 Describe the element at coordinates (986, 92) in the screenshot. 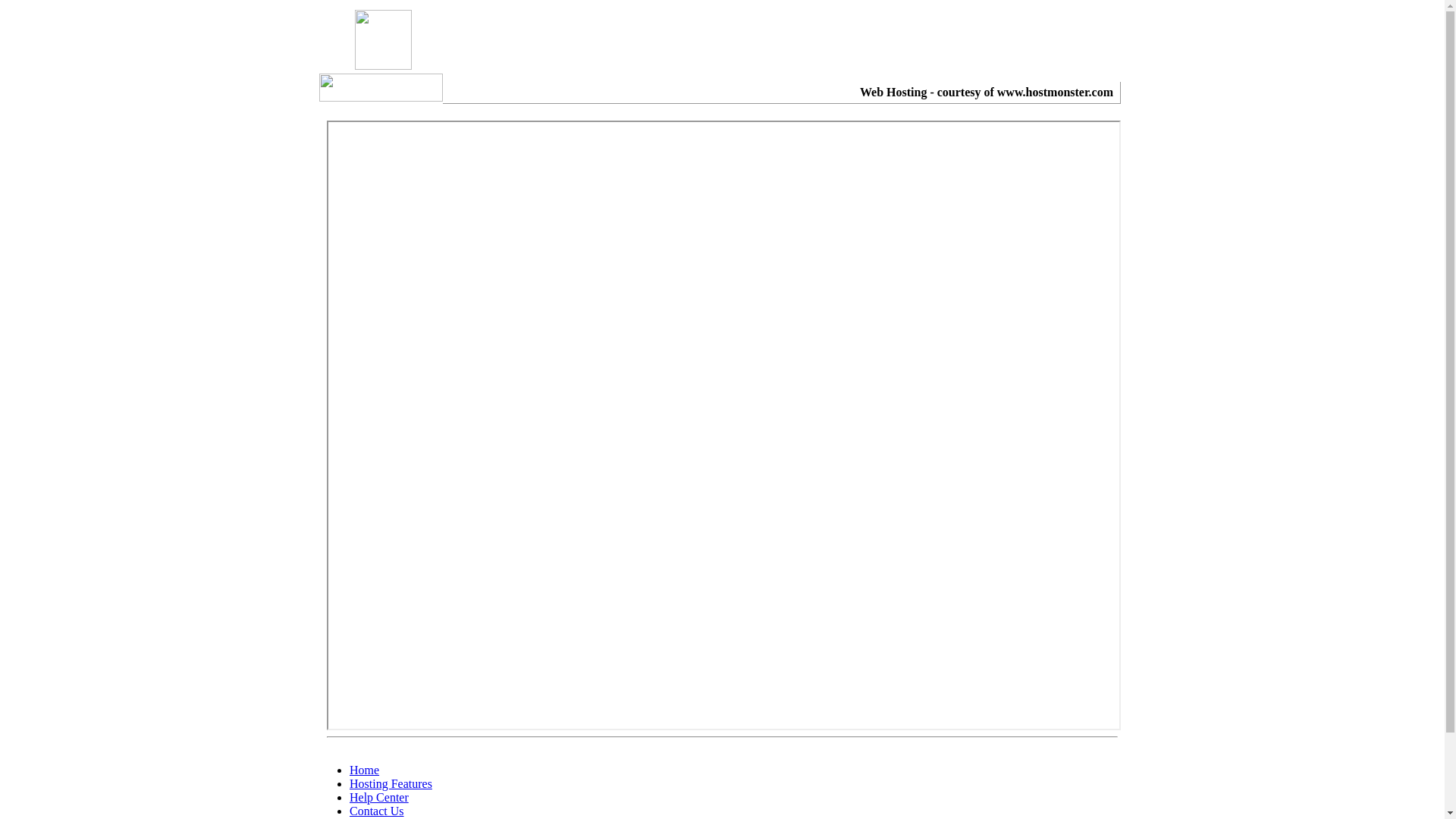

I see `'Web Hosting - courtesy of www.hostmonster.com'` at that location.